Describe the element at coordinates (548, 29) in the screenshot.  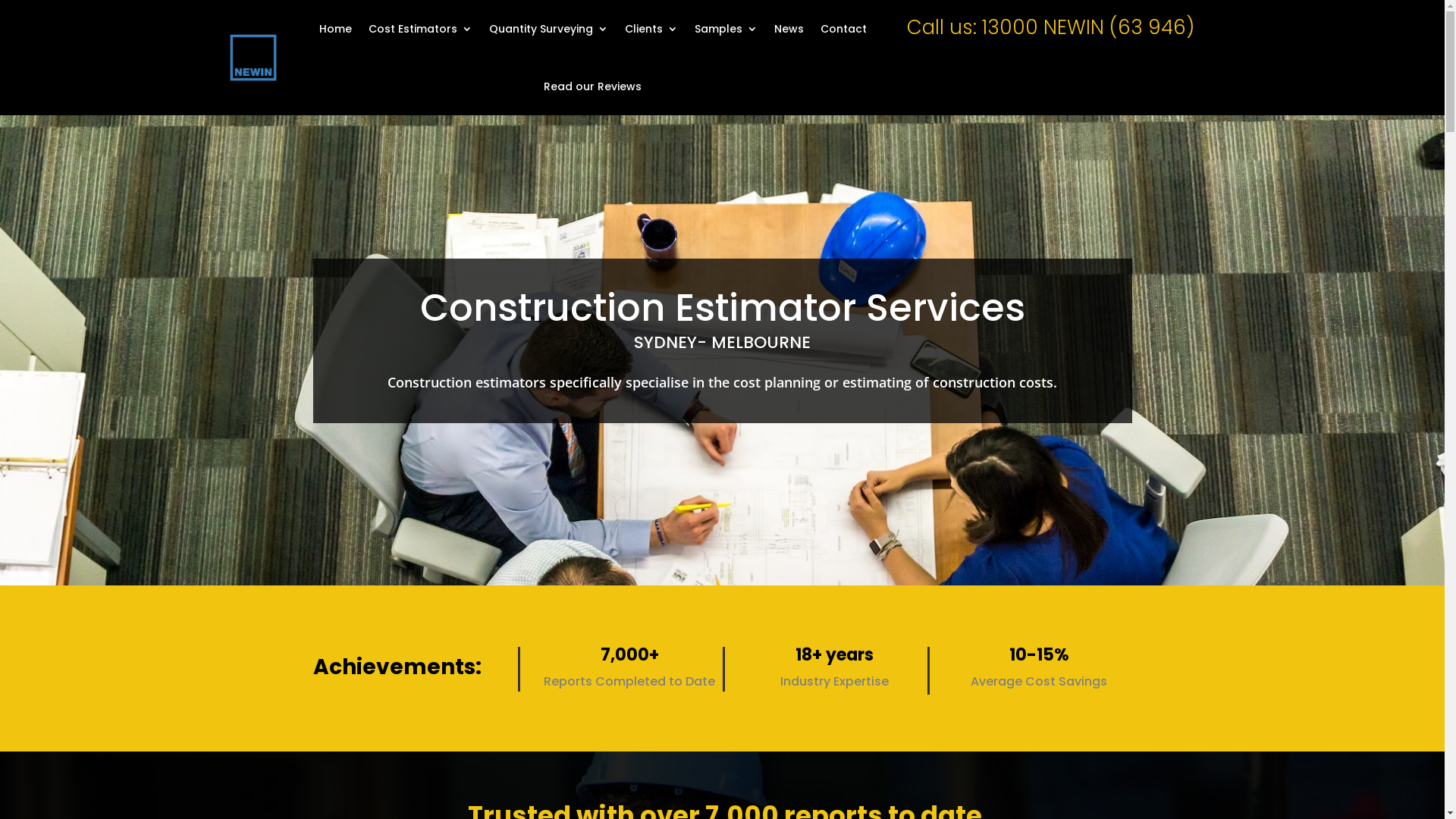
I see `'Quantity Surveying'` at that location.